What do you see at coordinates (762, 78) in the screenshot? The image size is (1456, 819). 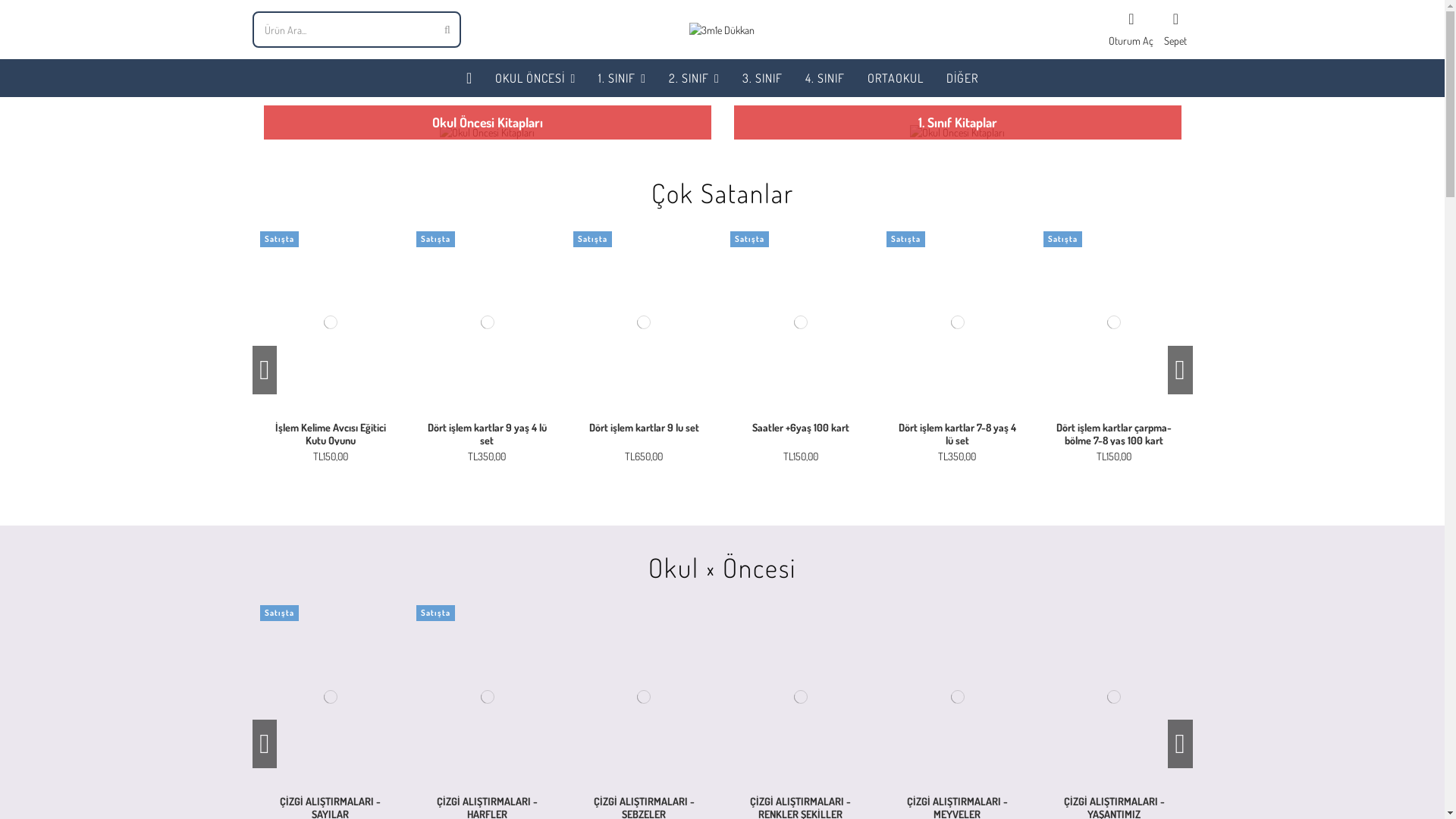 I see `'3. SINIF'` at bounding box center [762, 78].